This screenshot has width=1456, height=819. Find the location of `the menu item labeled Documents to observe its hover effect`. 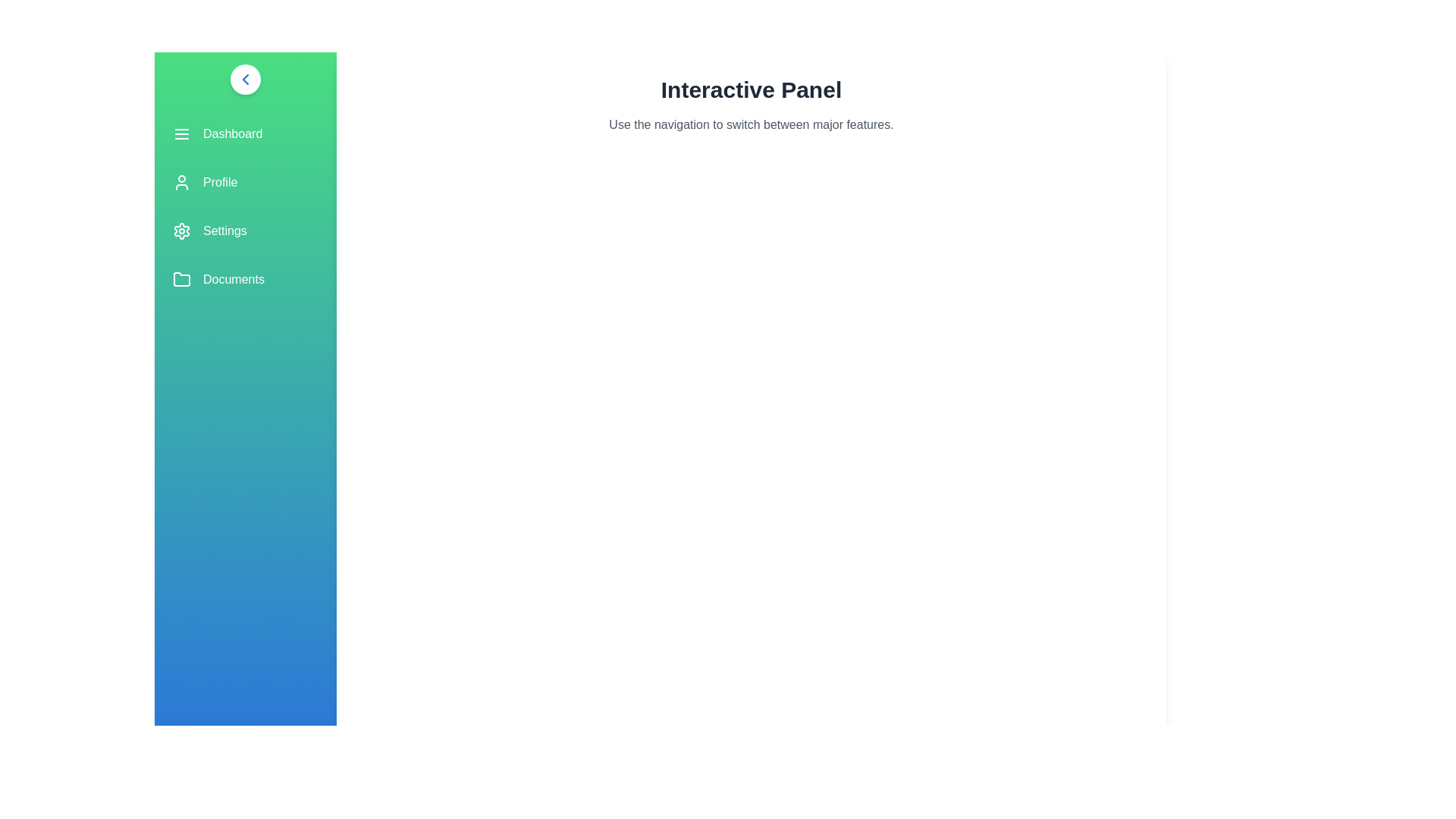

the menu item labeled Documents to observe its hover effect is located at coordinates (246, 280).